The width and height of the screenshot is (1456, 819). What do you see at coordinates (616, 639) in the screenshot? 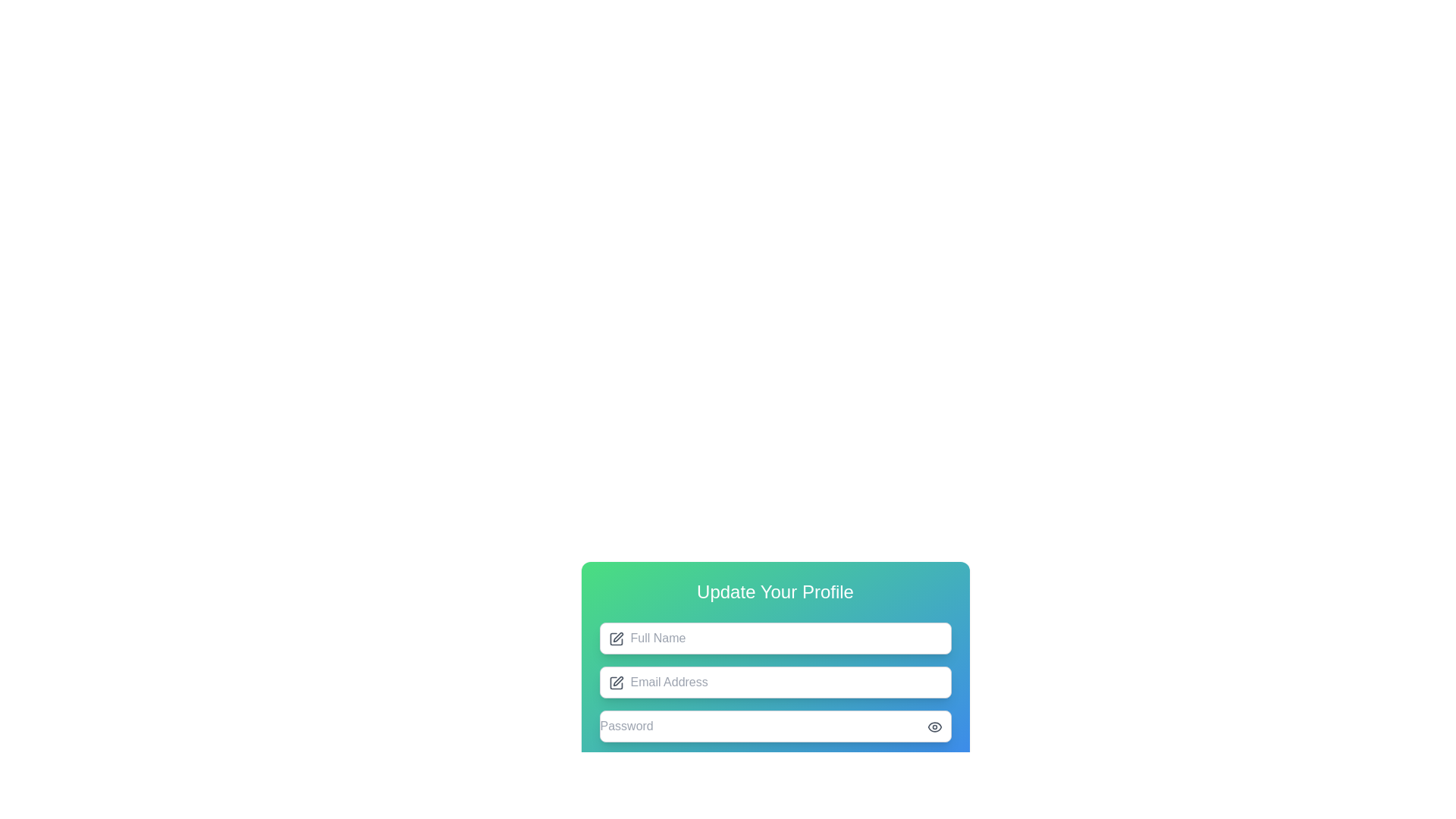
I see `the pencil icon located to the left of the 'Full Name' text input field as a visual cue in the 'Update Your Profile' form interface` at bounding box center [616, 639].